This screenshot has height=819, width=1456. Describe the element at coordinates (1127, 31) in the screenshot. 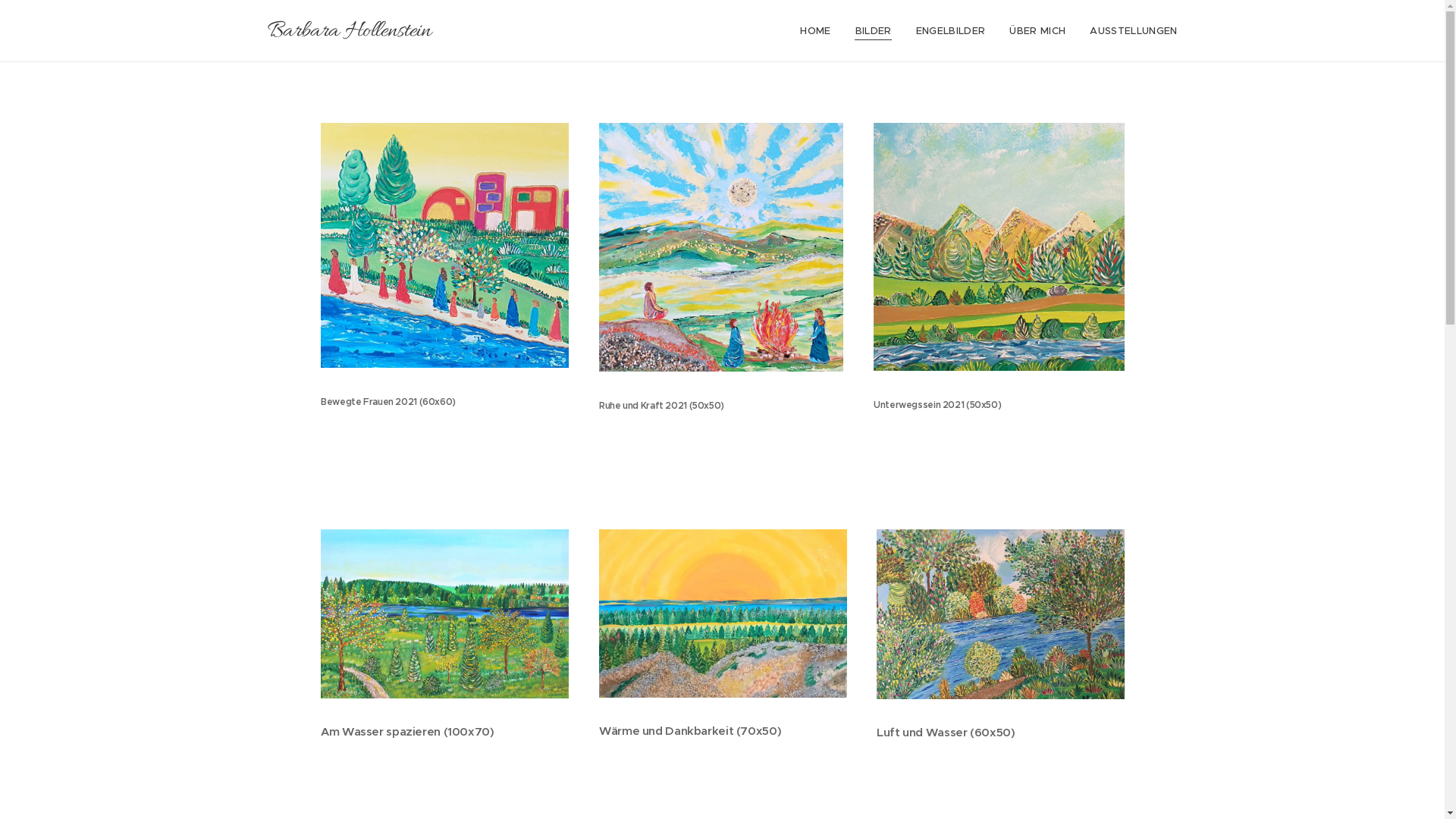

I see `'AUSSTELLUNGEN'` at that location.